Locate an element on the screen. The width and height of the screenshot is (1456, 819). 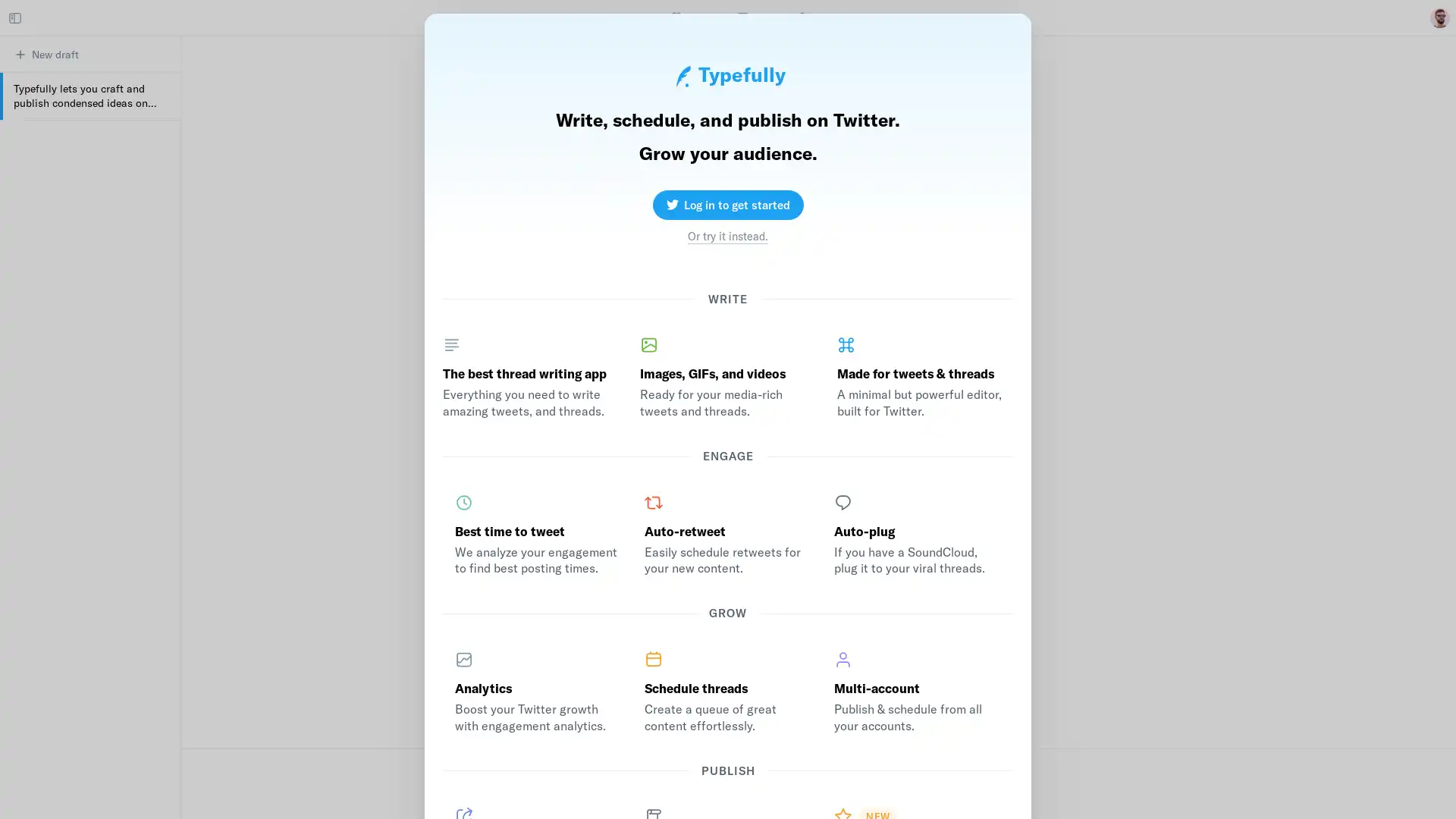
Tweet is located at coordinates (921, 795).